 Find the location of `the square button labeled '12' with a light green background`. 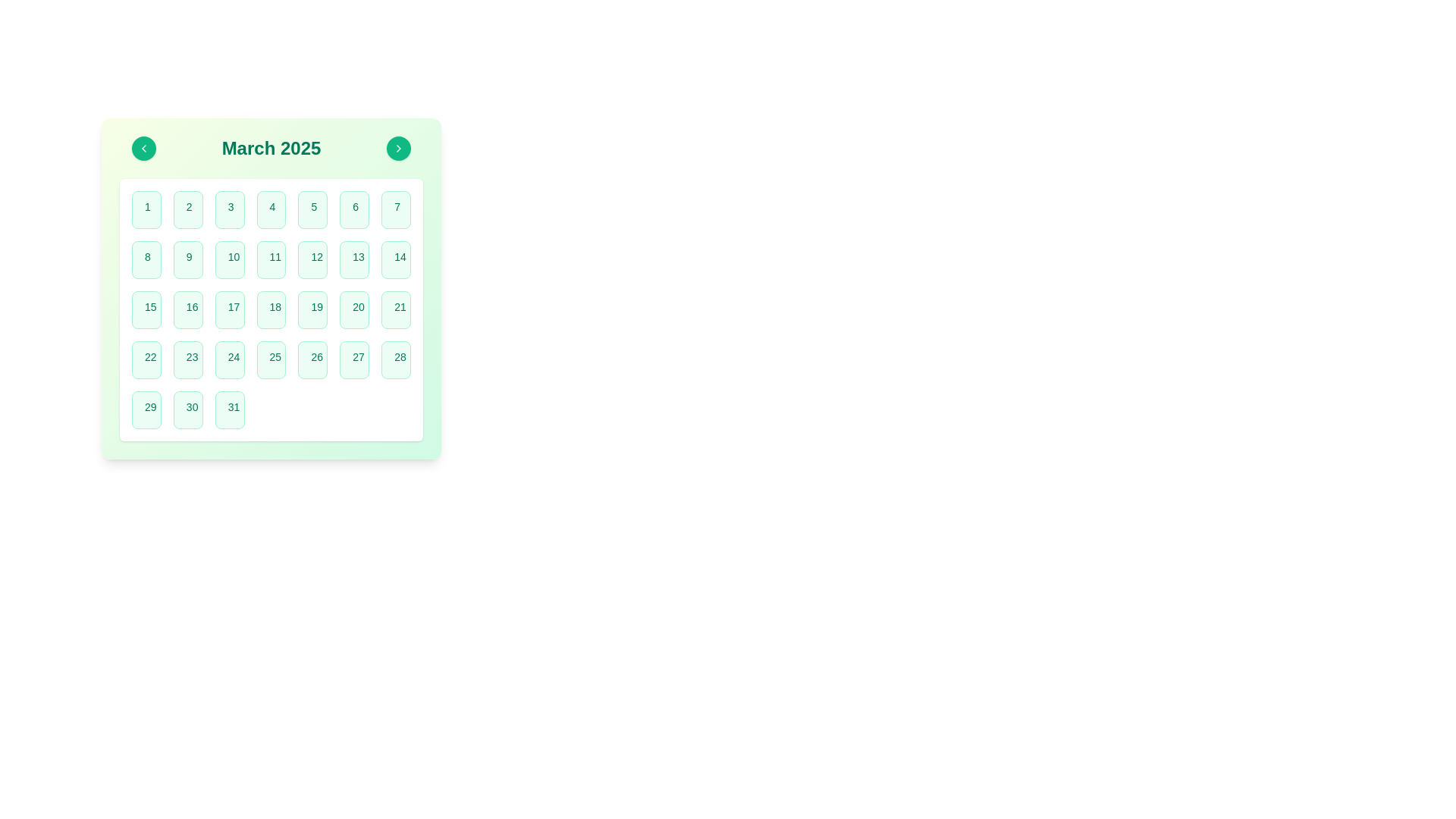

the square button labeled '12' with a light green background is located at coordinates (312, 259).